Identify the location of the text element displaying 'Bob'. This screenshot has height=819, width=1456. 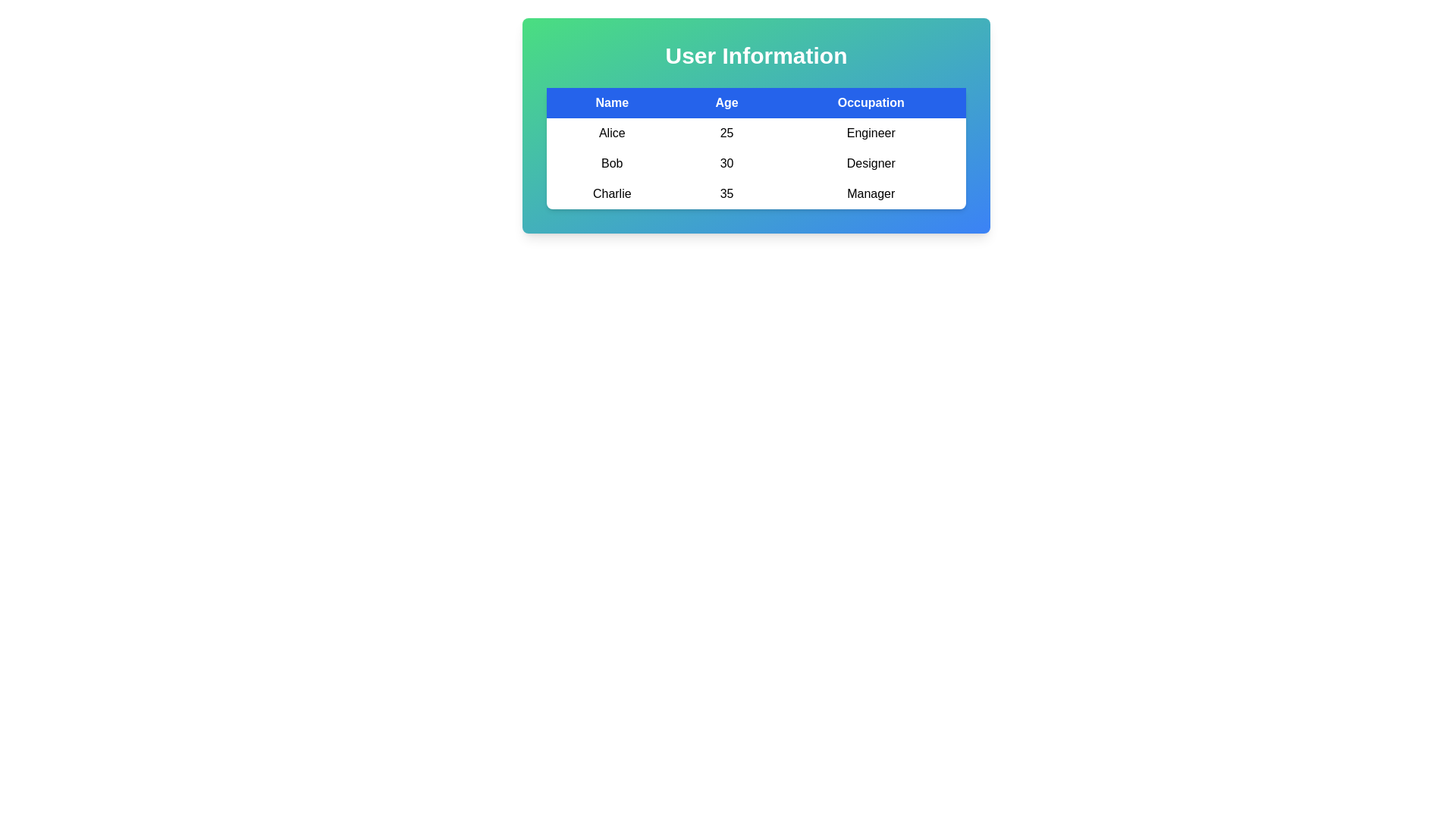
(612, 164).